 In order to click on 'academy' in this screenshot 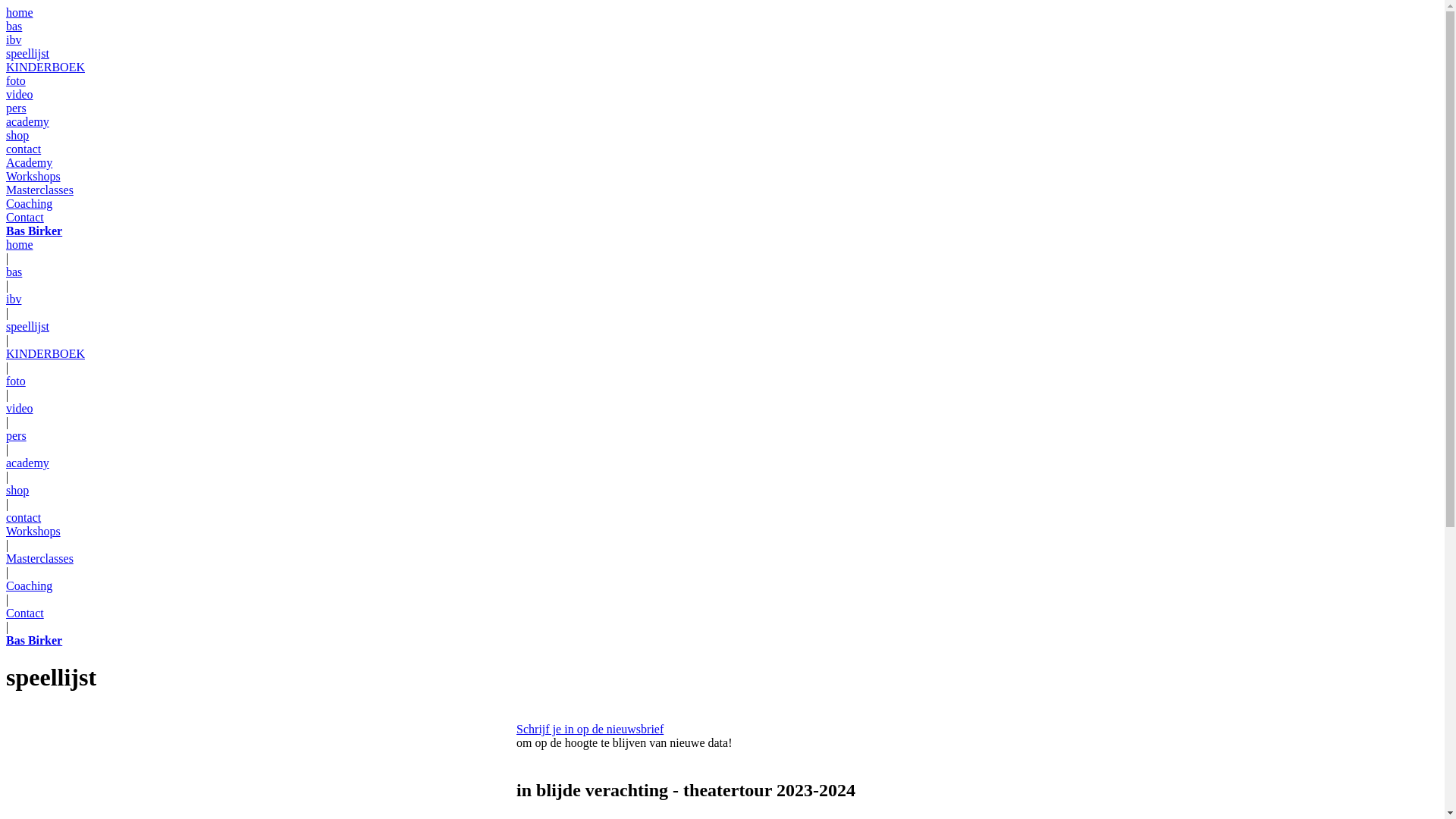, I will do `click(27, 462)`.